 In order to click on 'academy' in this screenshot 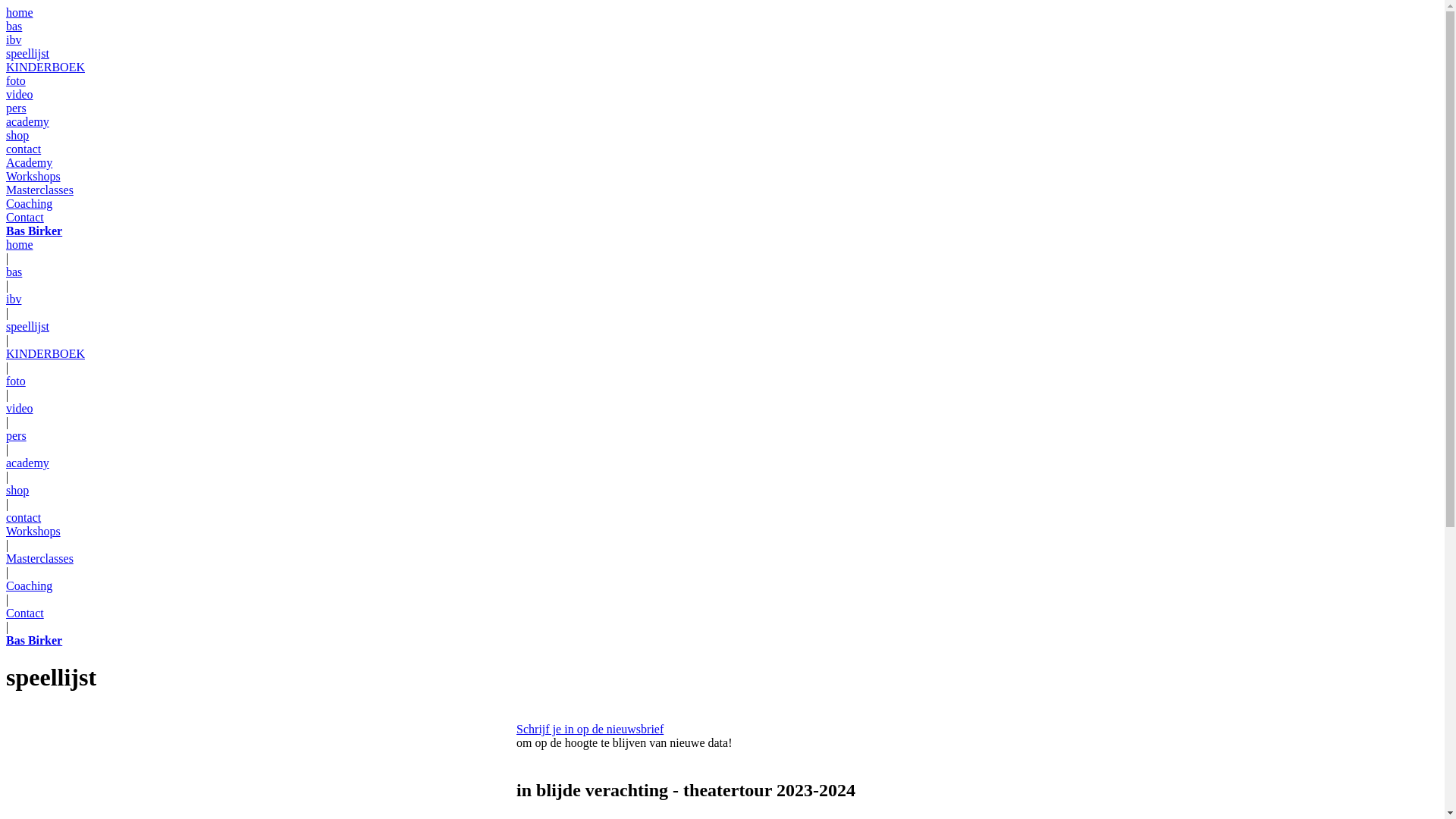, I will do `click(27, 462)`.